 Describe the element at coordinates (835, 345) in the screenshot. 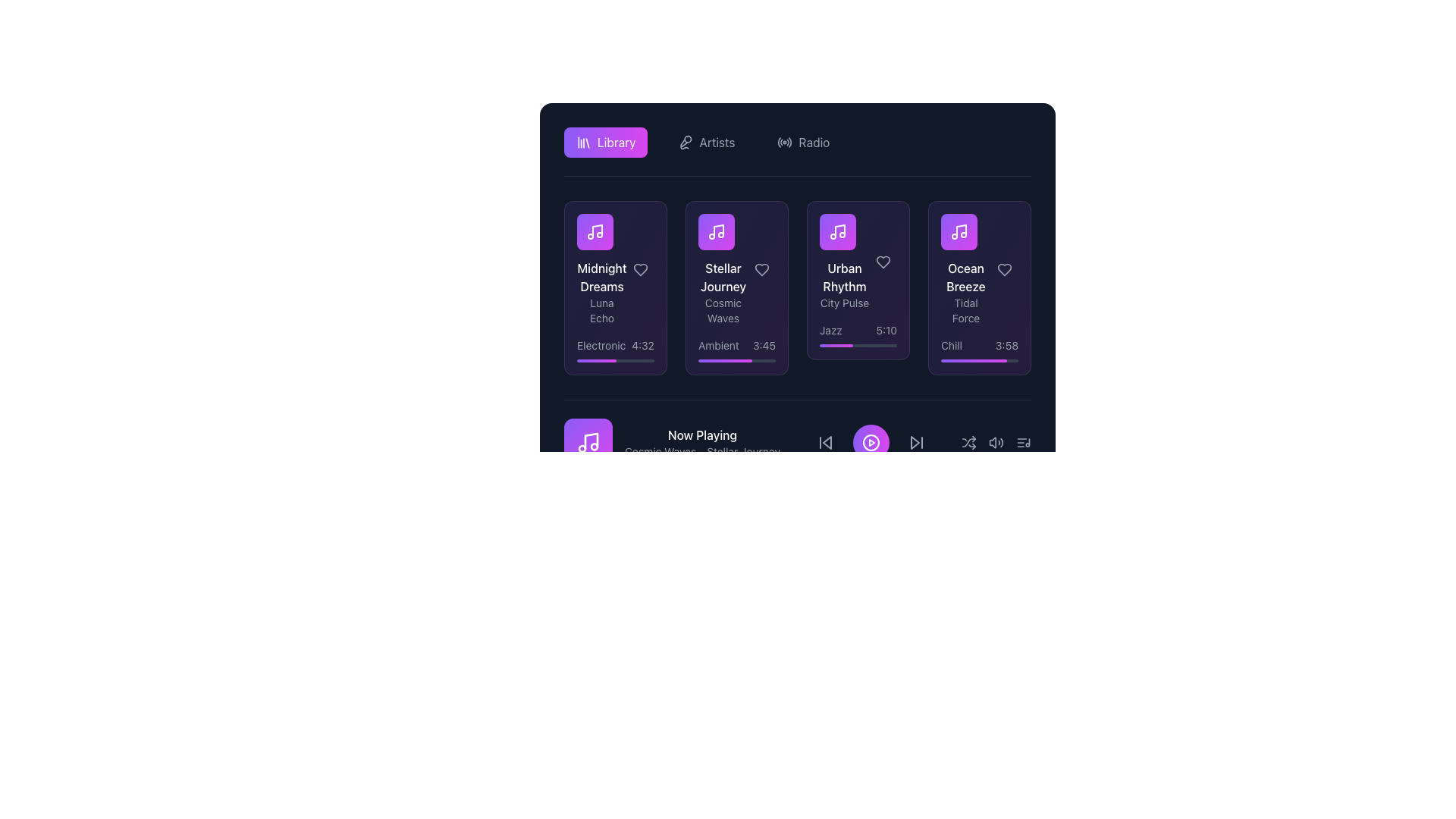

I see `the progress bar located in the third music card, positioned below the genre text 'Jazz' and above the duration '5:10'` at that location.